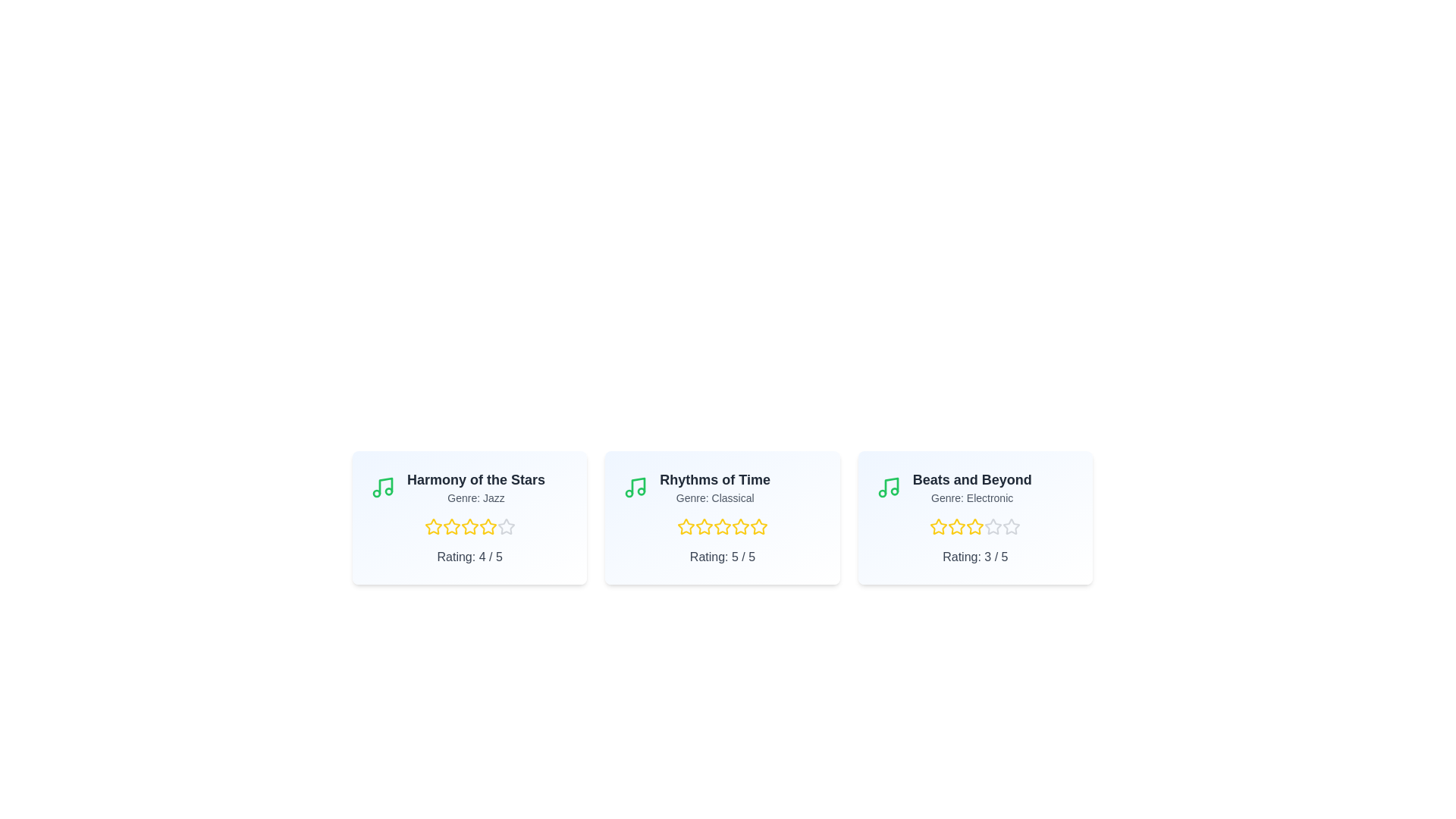  I want to click on the musical note icon for the album Harmony of the Stars, so click(382, 488).